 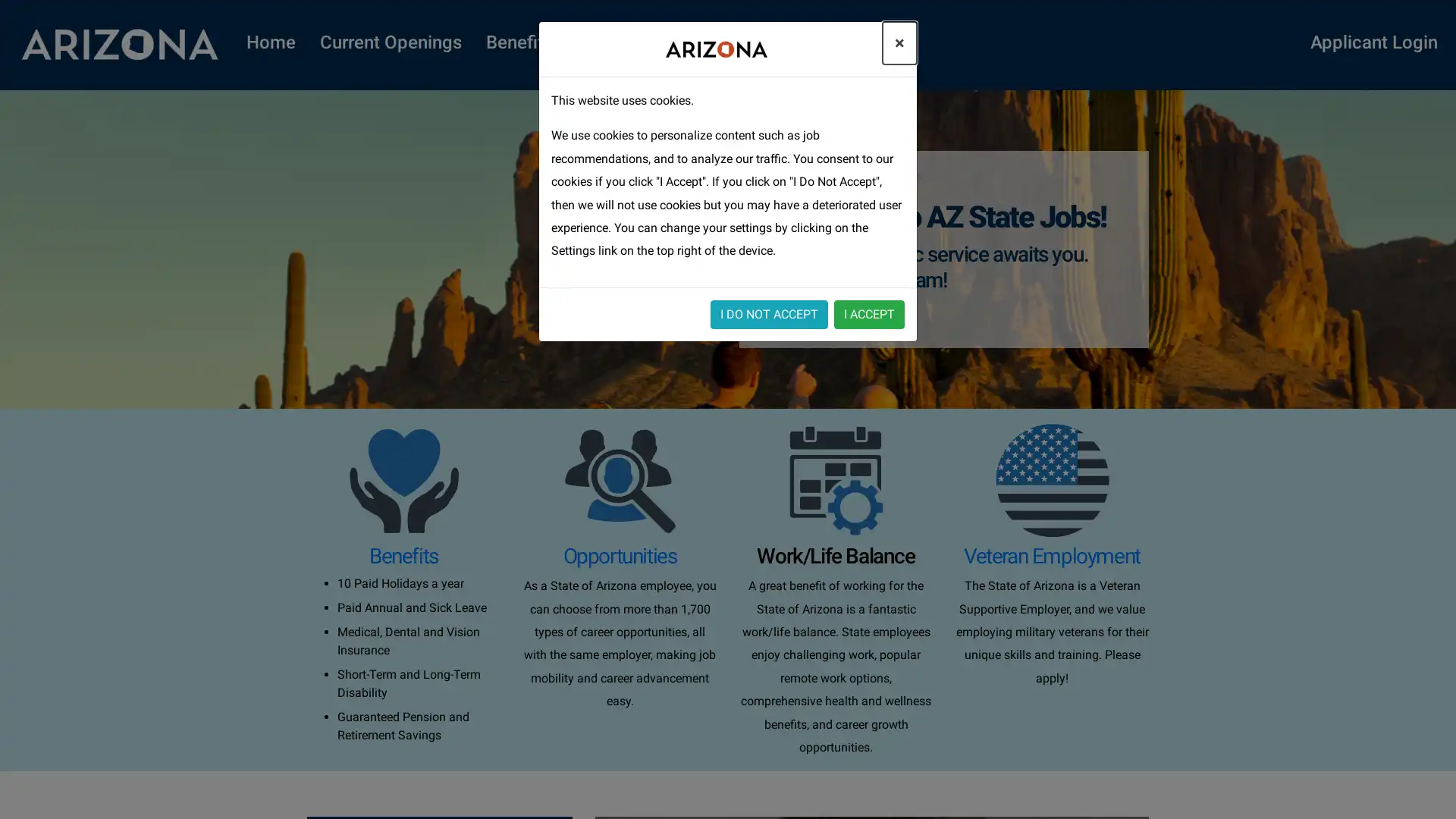 I want to click on Close, so click(x=899, y=42).